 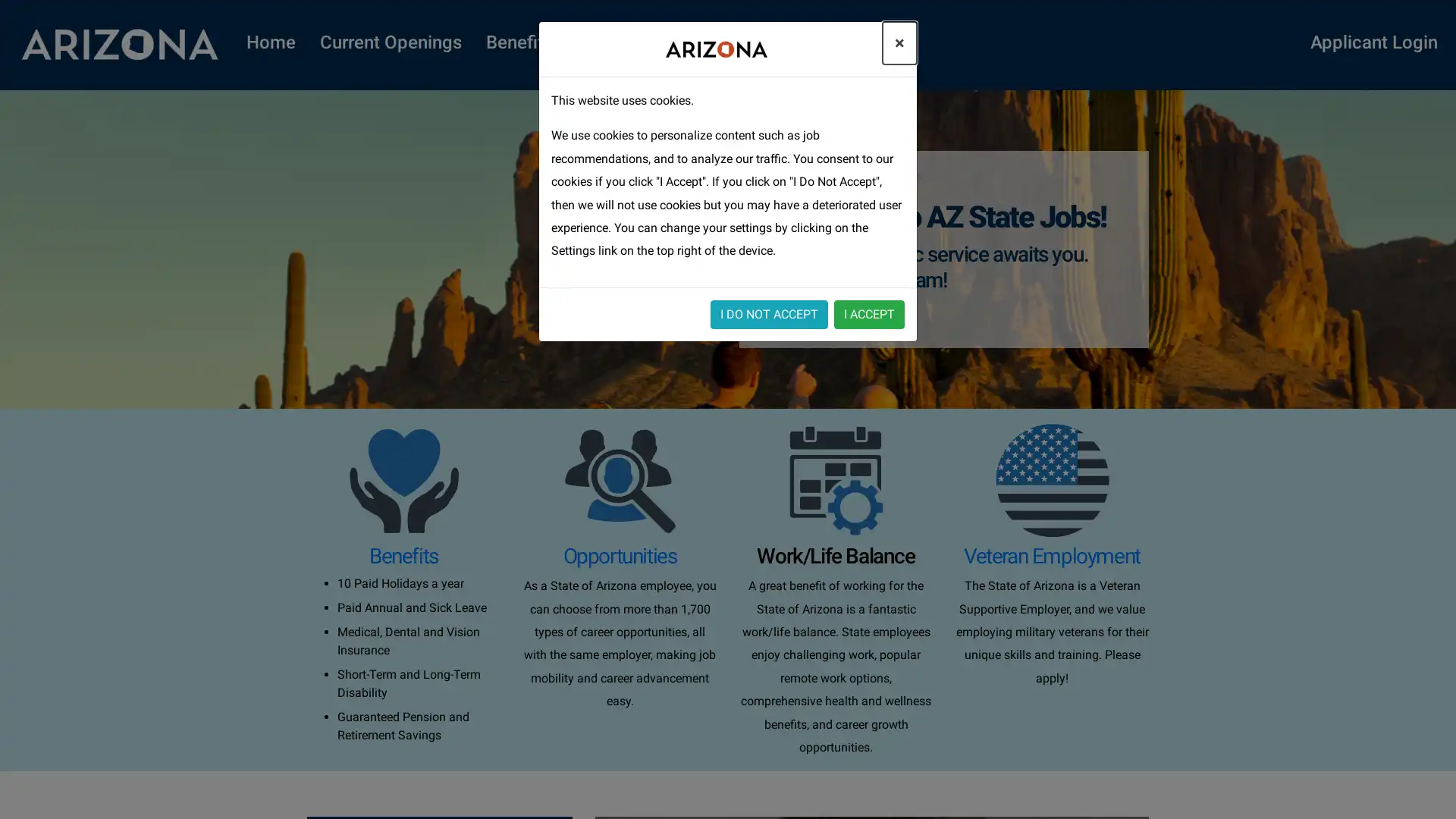 I want to click on Close, so click(x=899, y=42).